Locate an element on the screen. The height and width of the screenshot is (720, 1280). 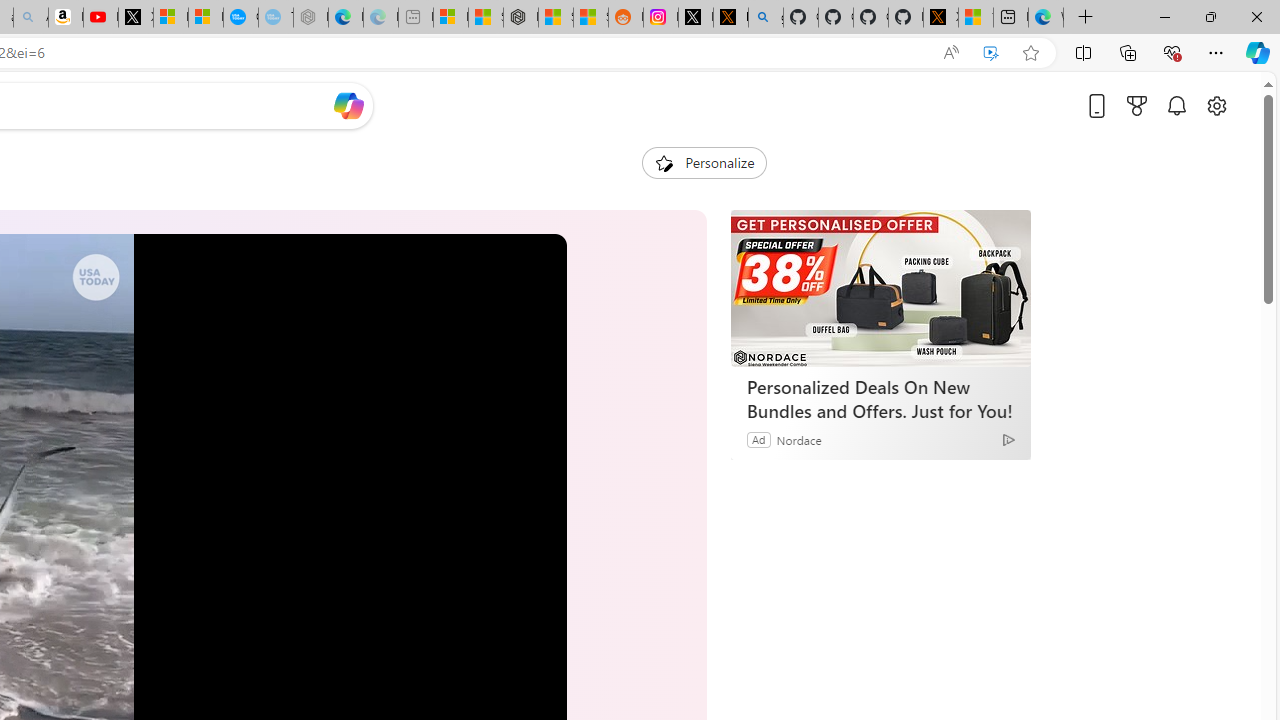
'Notifications' is located at coordinates (1176, 105).